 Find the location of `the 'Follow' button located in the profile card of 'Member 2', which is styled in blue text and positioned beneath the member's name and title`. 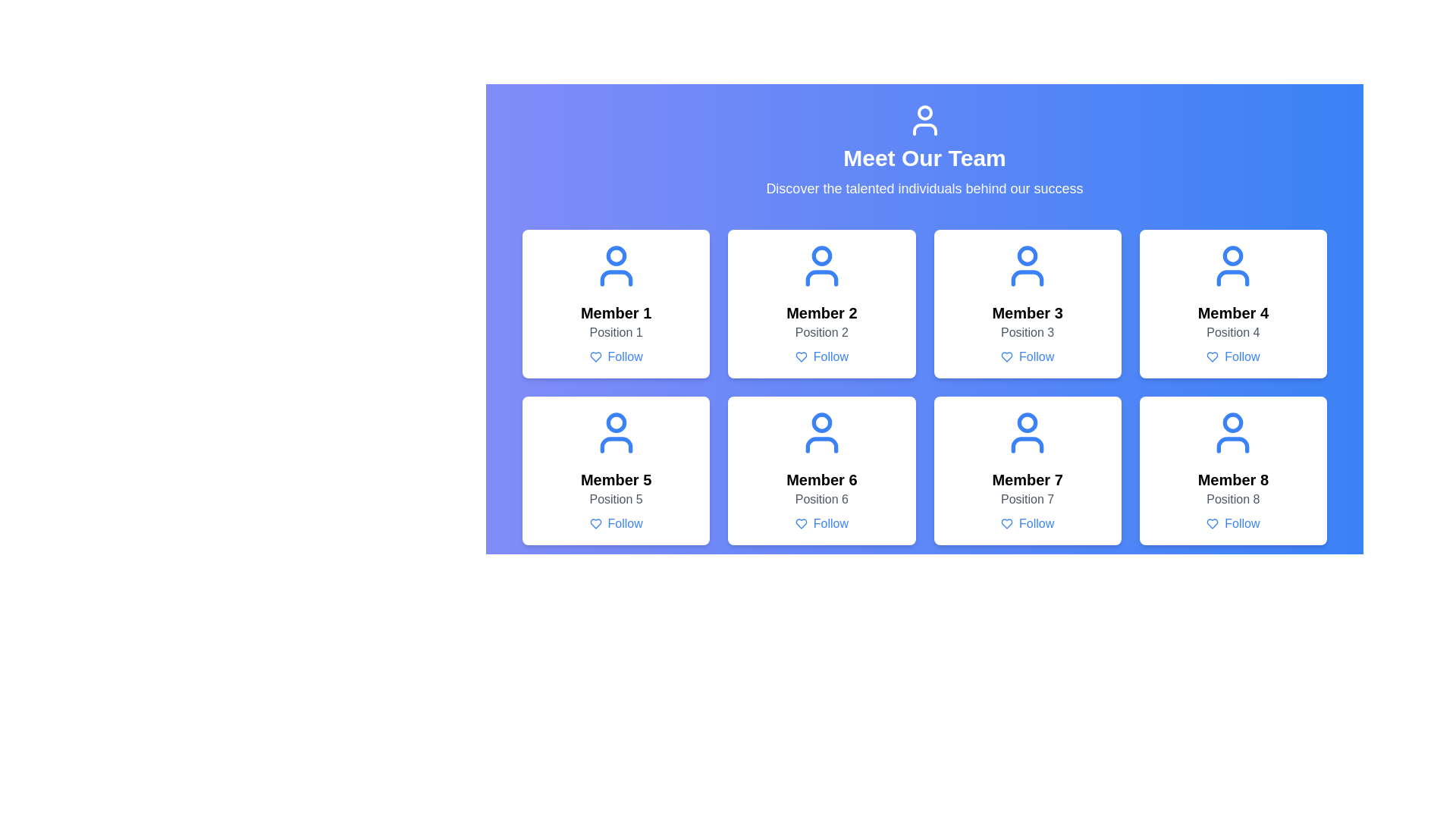

the 'Follow' button located in the profile card of 'Member 2', which is styled in blue text and positioned beneath the member's name and title is located at coordinates (830, 356).